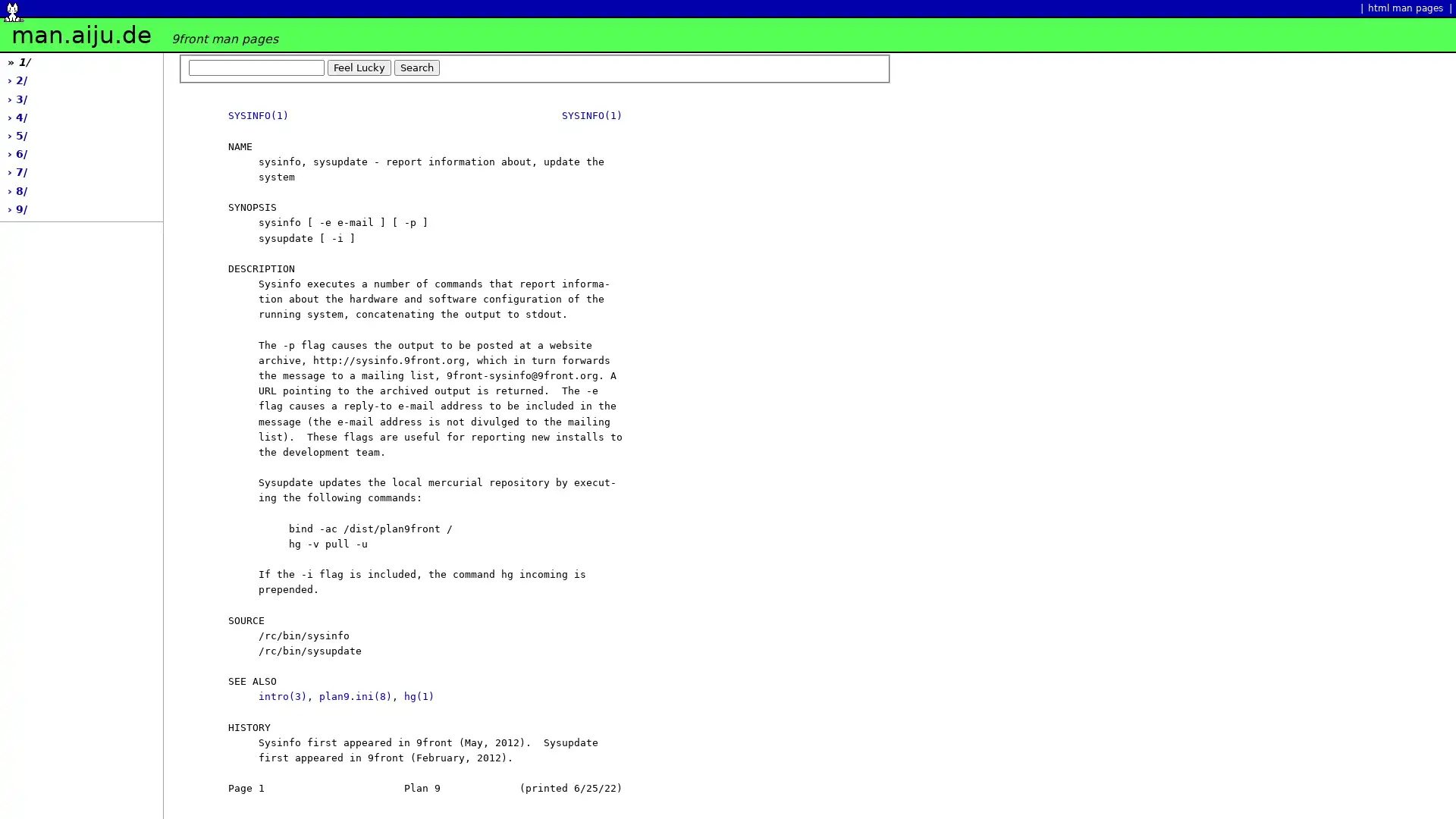 The image size is (1456, 819). What do you see at coordinates (417, 66) in the screenshot?
I see `Search` at bounding box center [417, 66].